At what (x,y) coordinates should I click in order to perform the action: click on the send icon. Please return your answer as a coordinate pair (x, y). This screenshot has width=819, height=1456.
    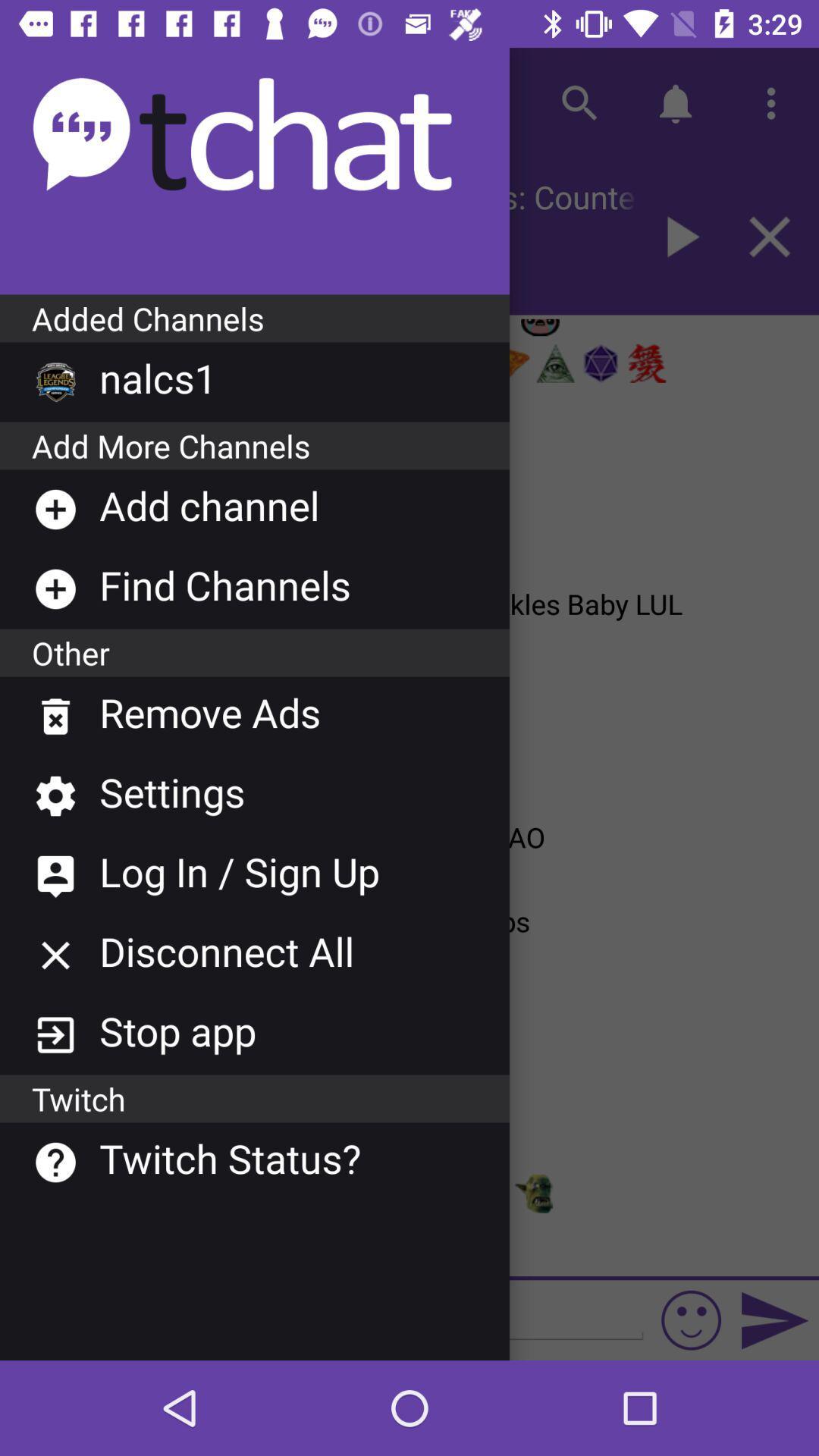
    Looking at the image, I should click on (775, 1319).